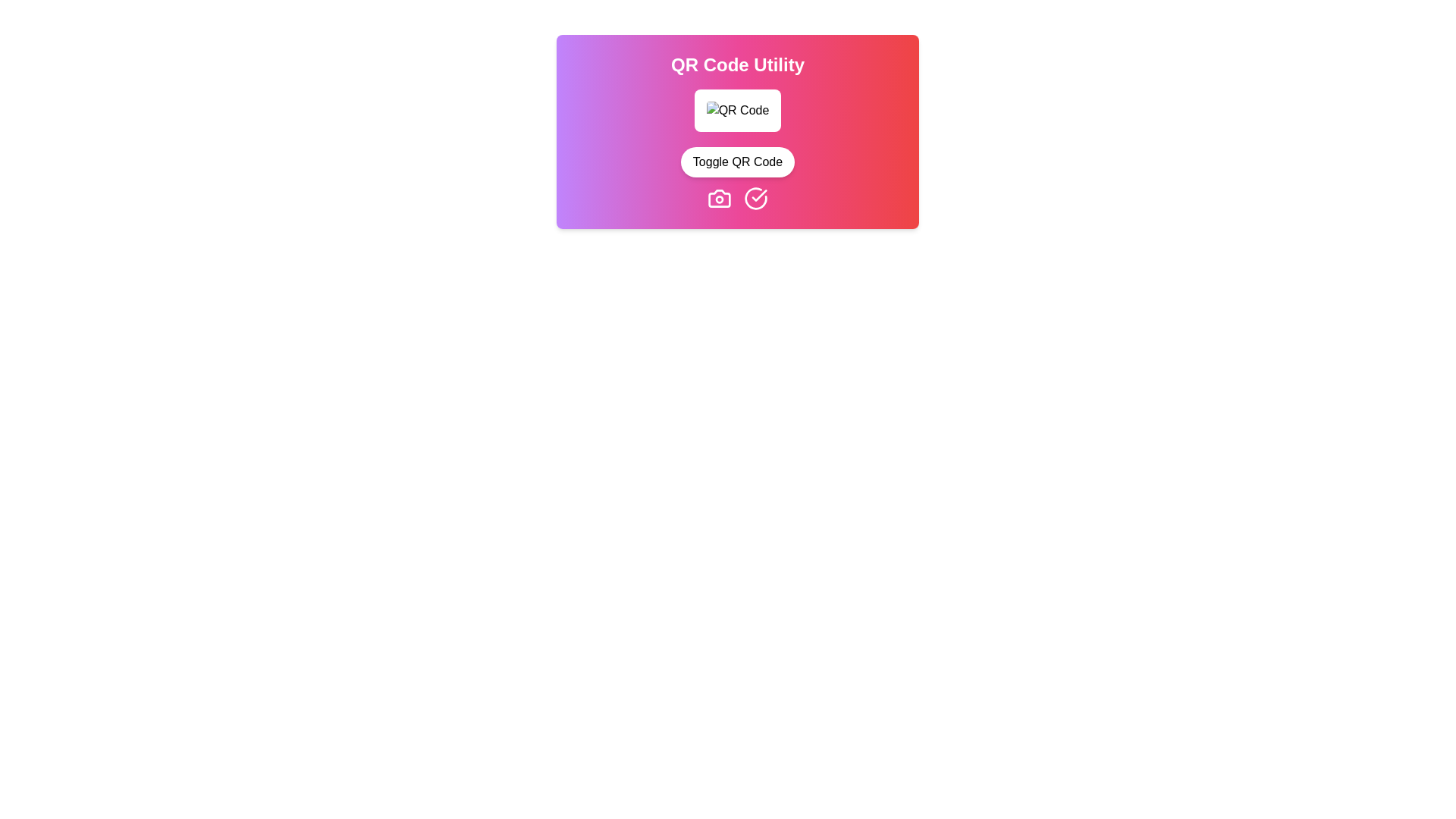  Describe the element at coordinates (719, 197) in the screenshot. I see `the camera icon located to the left of the checkmark icon in the 'QR Code Utility' section` at that location.